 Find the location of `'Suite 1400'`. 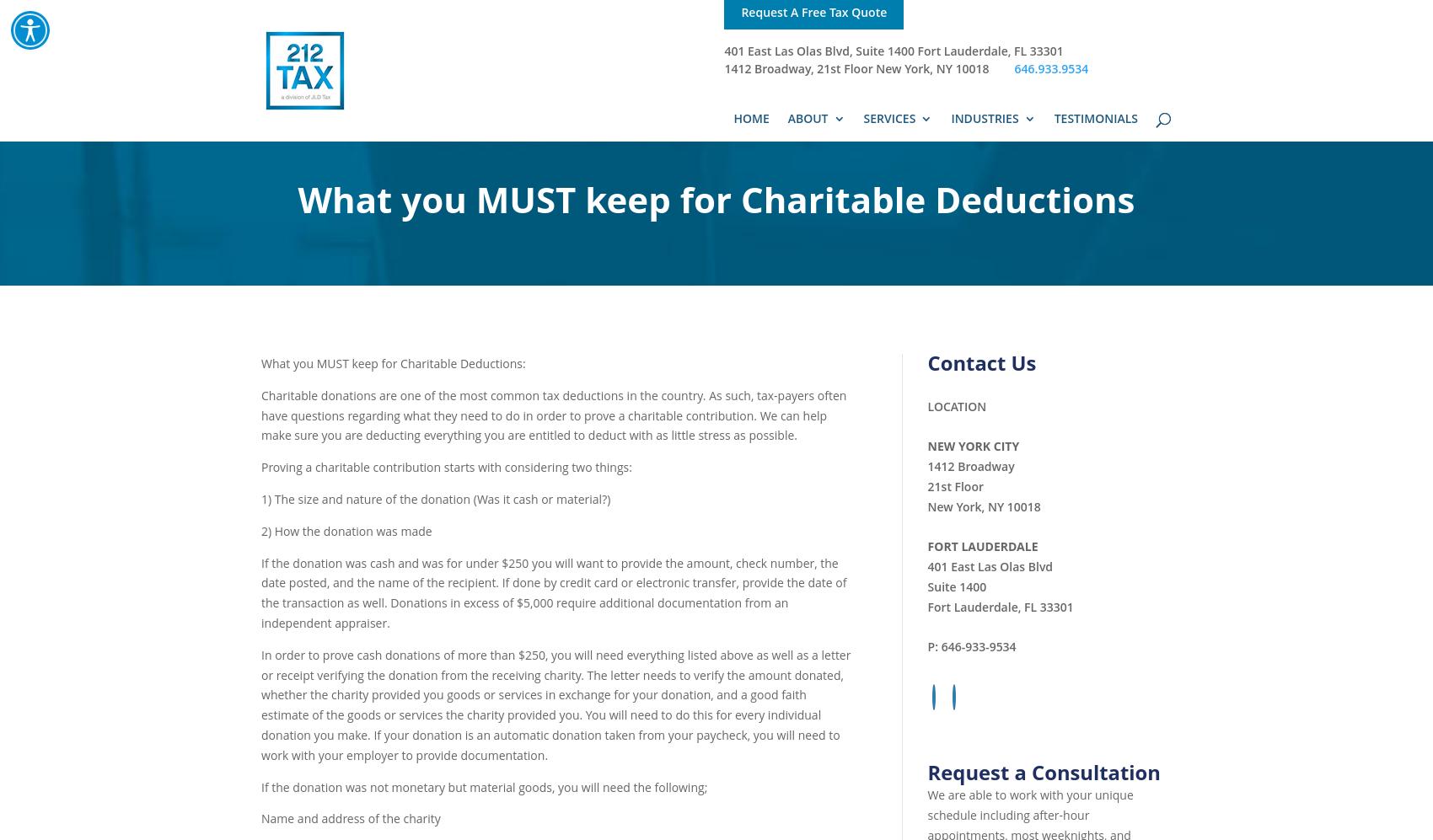

'Suite 1400' is located at coordinates (956, 585).